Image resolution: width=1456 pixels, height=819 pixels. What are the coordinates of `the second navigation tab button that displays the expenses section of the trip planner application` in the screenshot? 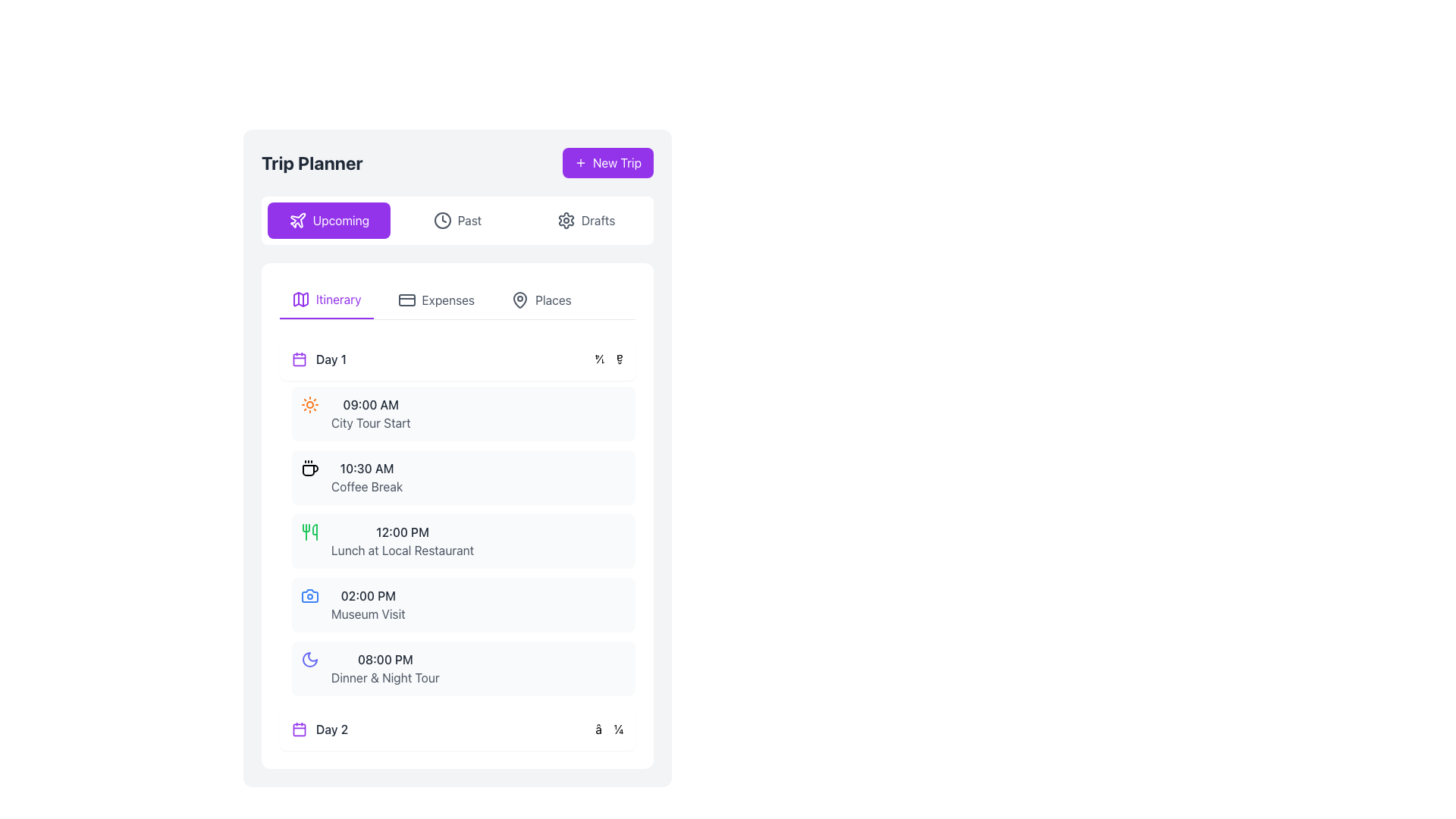 It's located at (435, 300).